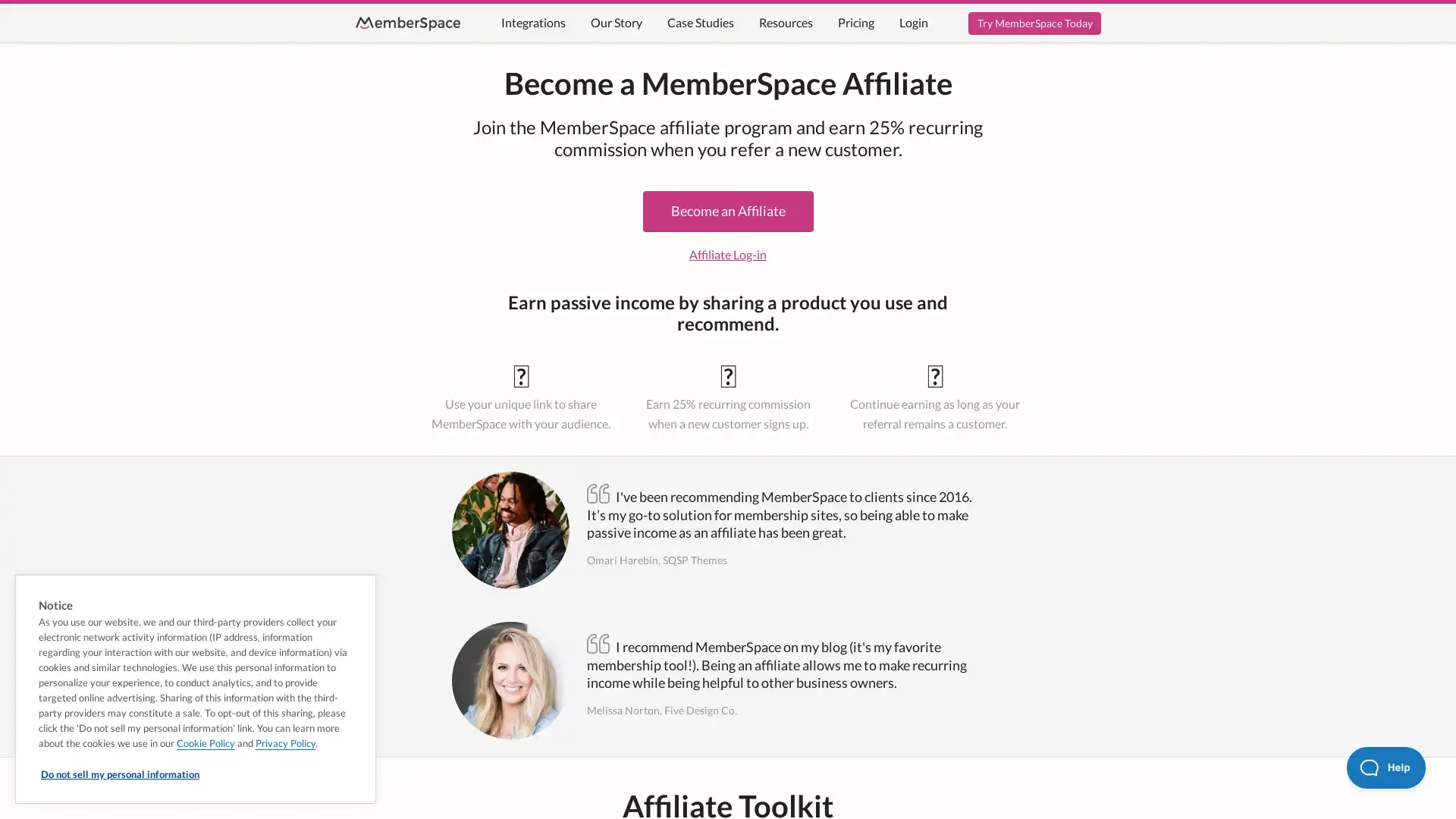  I want to click on consent-close-icon, so click(357, 590).